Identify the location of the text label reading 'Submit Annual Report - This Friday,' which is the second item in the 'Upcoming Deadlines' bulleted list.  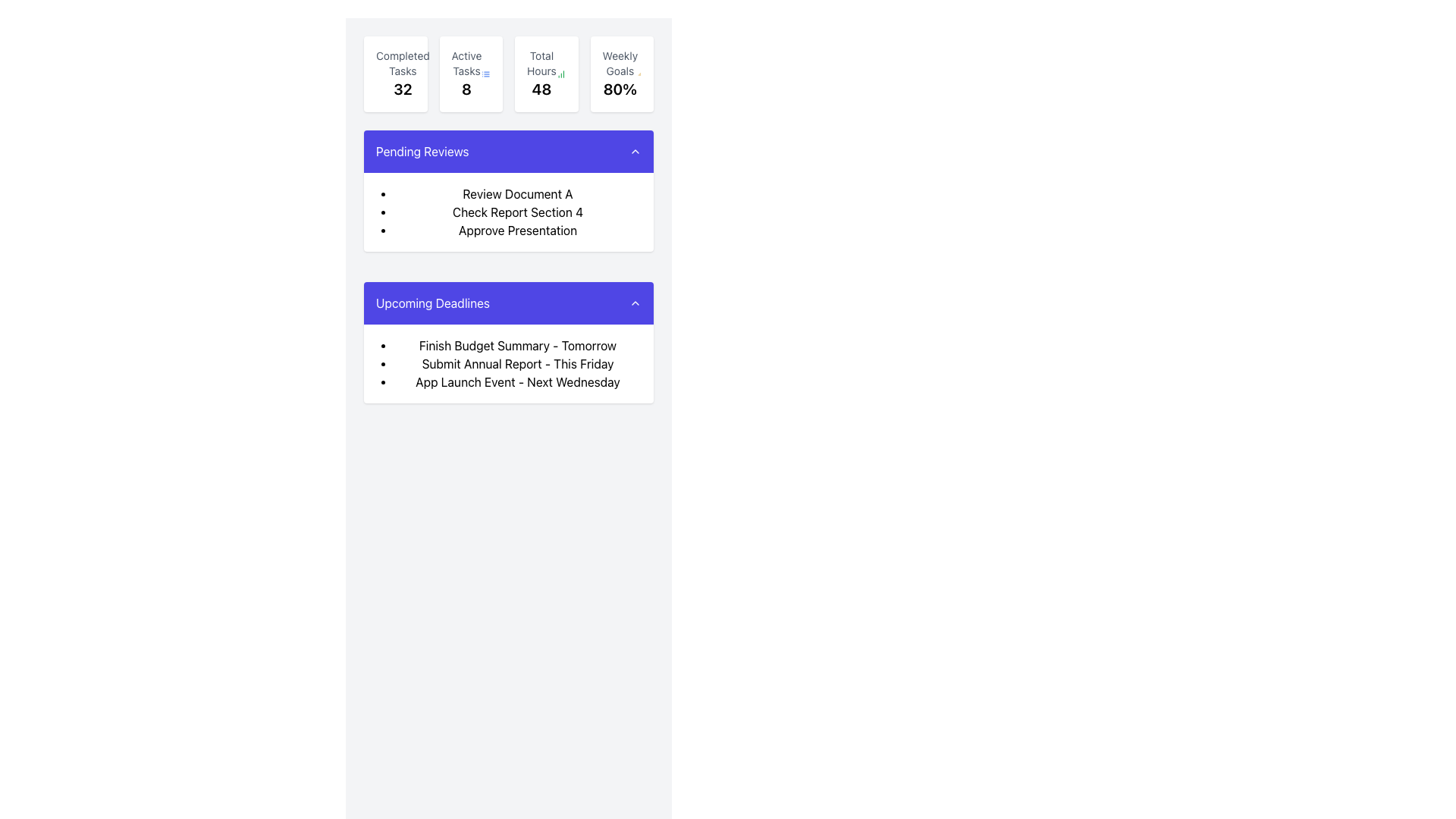
(517, 363).